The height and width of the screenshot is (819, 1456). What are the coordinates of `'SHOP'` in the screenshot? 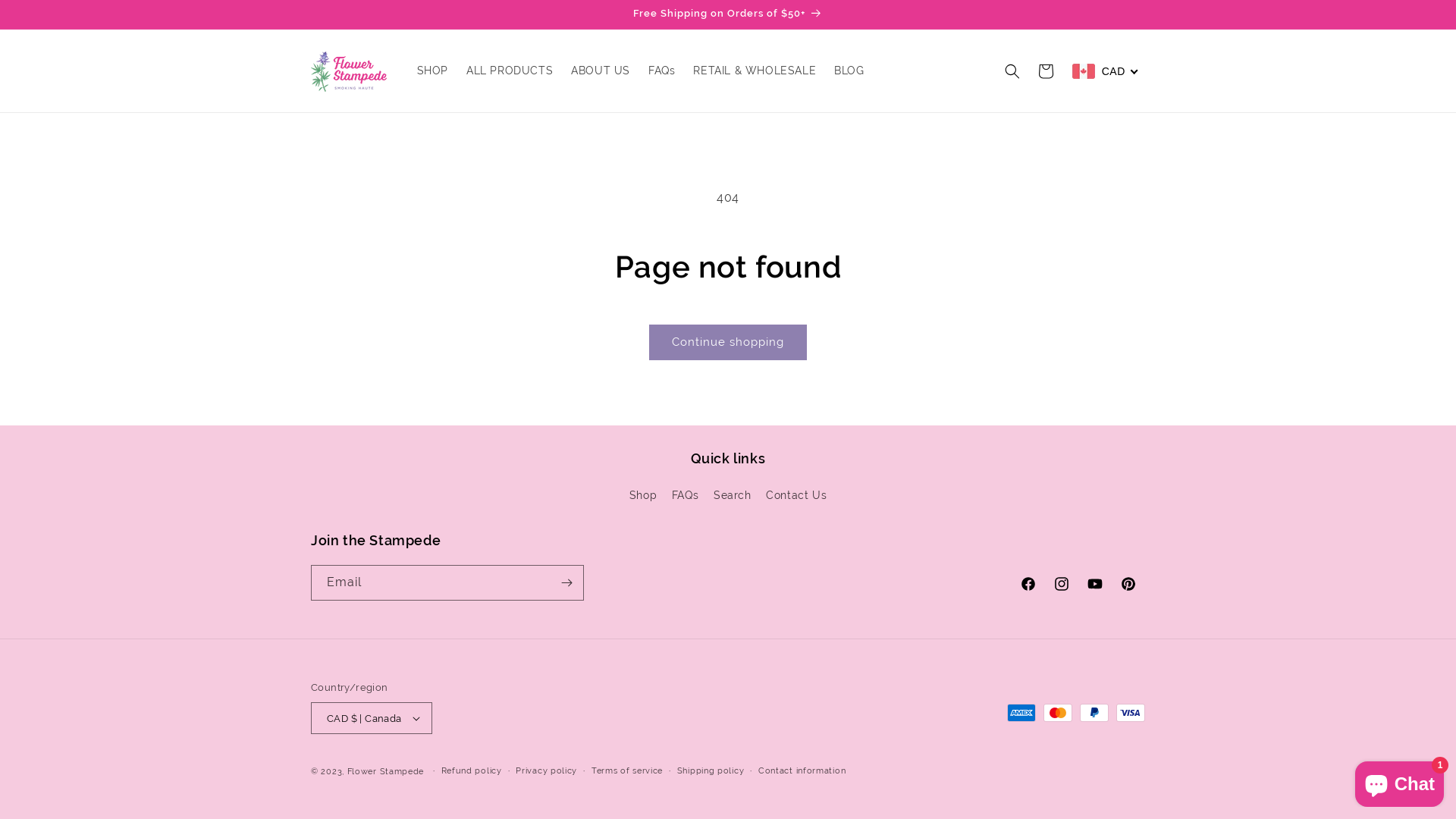 It's located at (431, 70).